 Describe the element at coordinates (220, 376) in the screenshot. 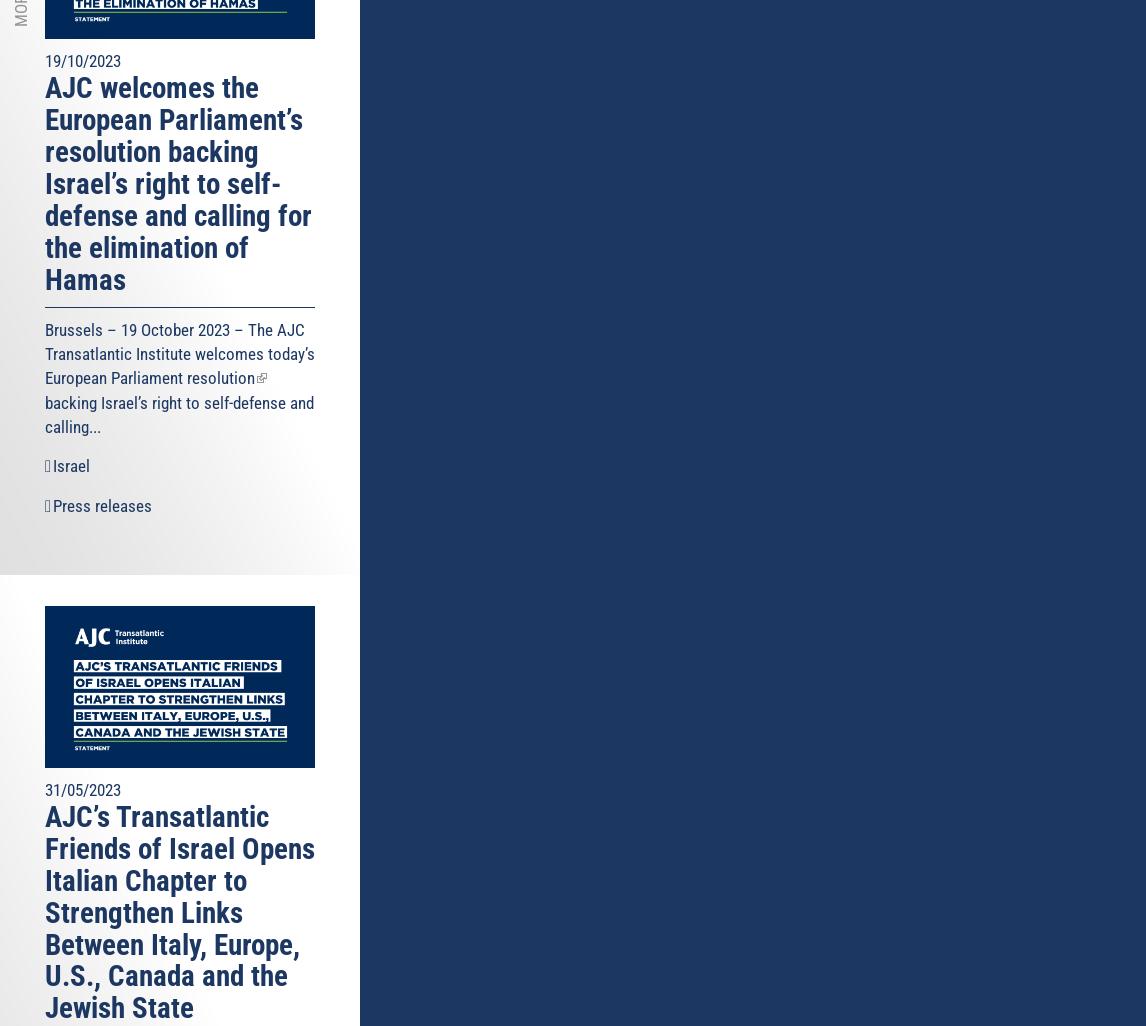

I see `'resolution'` at that location.